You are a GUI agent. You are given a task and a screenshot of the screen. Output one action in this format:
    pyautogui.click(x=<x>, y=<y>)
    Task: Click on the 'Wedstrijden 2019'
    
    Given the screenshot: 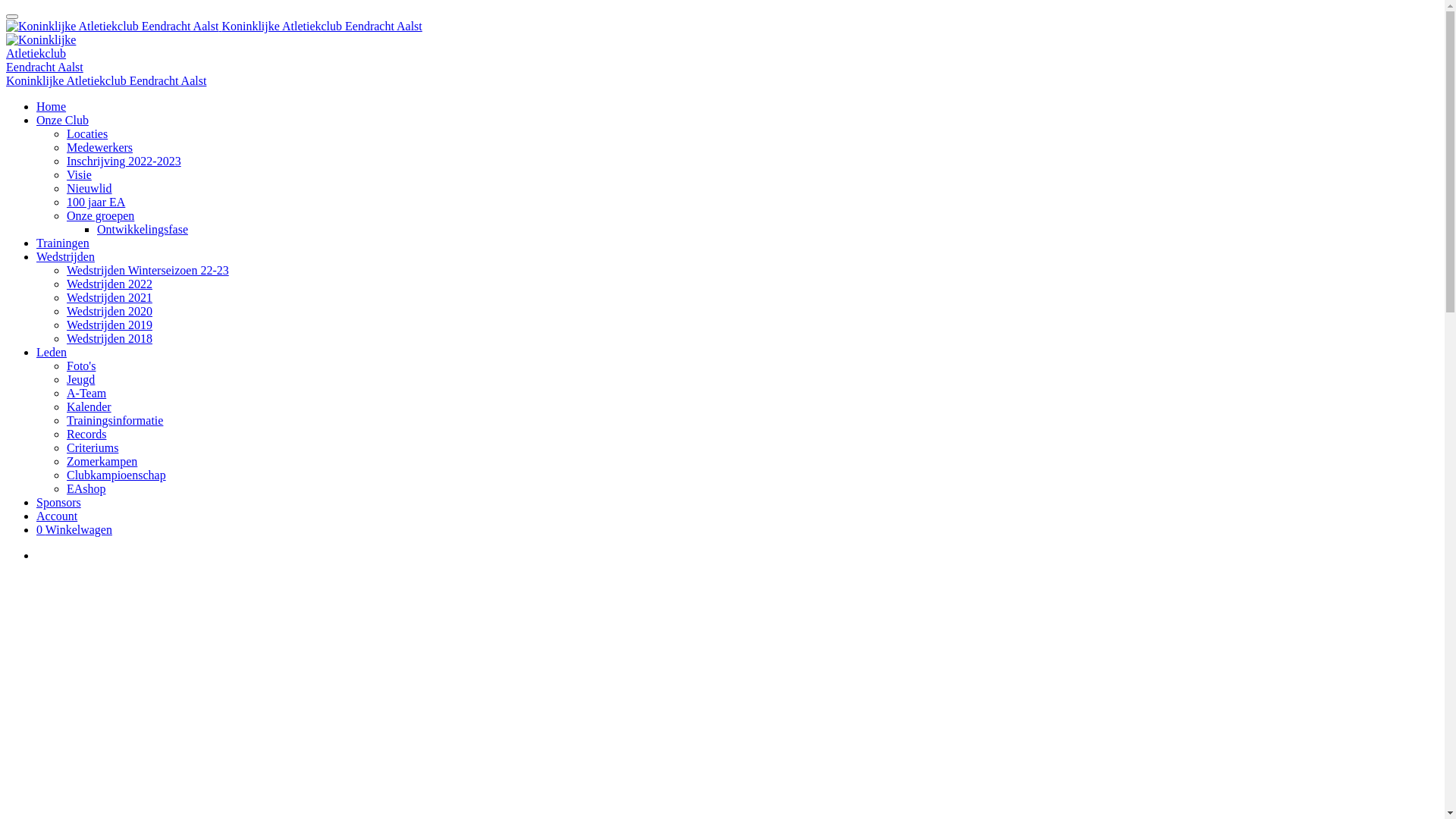 What is the action you would take?
    pyautogui.click(x=108, y=324)
    